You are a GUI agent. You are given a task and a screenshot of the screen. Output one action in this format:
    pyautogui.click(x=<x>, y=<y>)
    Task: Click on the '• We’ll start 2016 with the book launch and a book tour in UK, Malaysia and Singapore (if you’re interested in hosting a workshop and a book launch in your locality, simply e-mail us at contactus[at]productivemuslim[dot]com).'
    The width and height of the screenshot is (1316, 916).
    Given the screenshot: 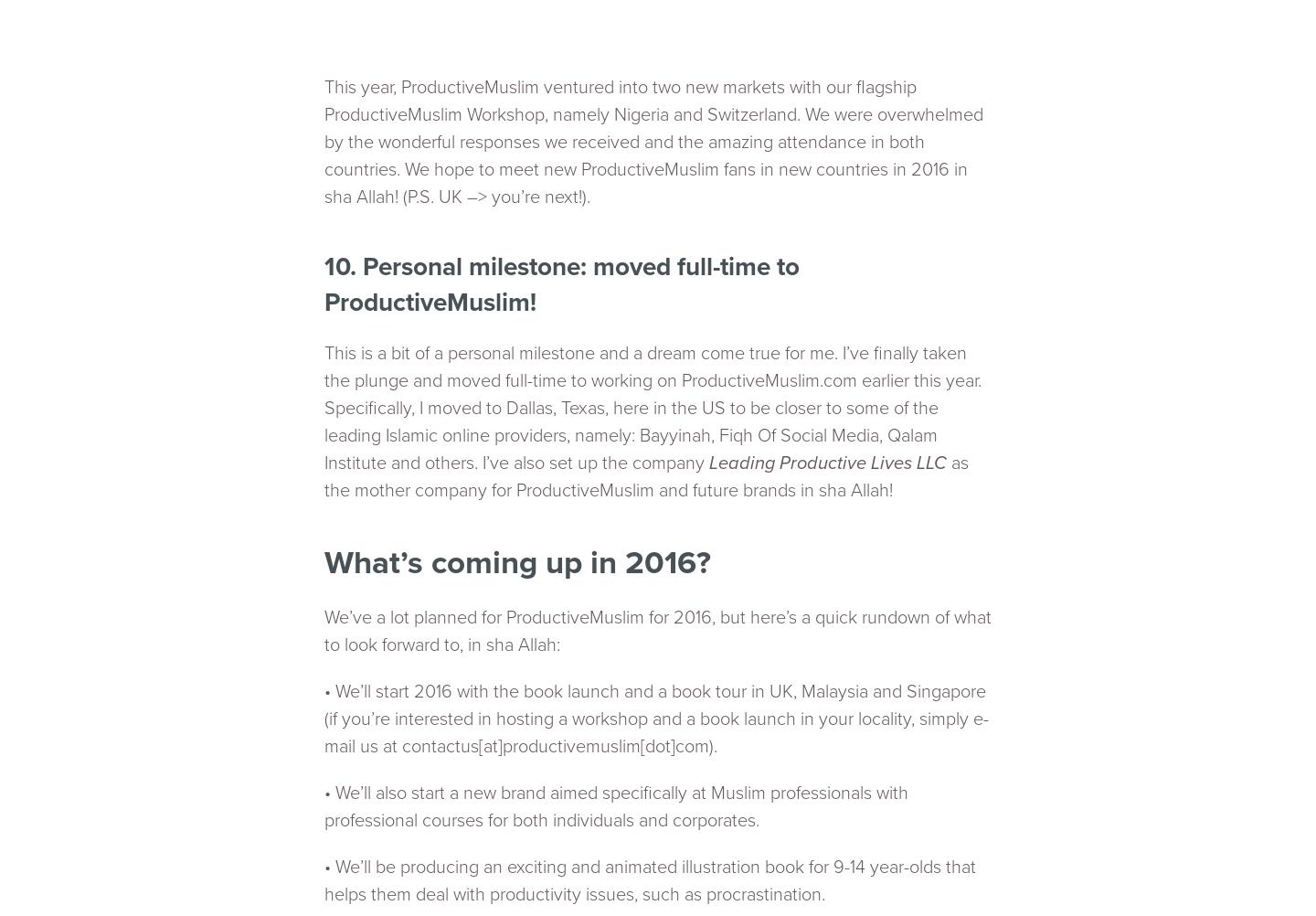 What is the action you would take?
    pyautogui.click(x=324, y=717)
    